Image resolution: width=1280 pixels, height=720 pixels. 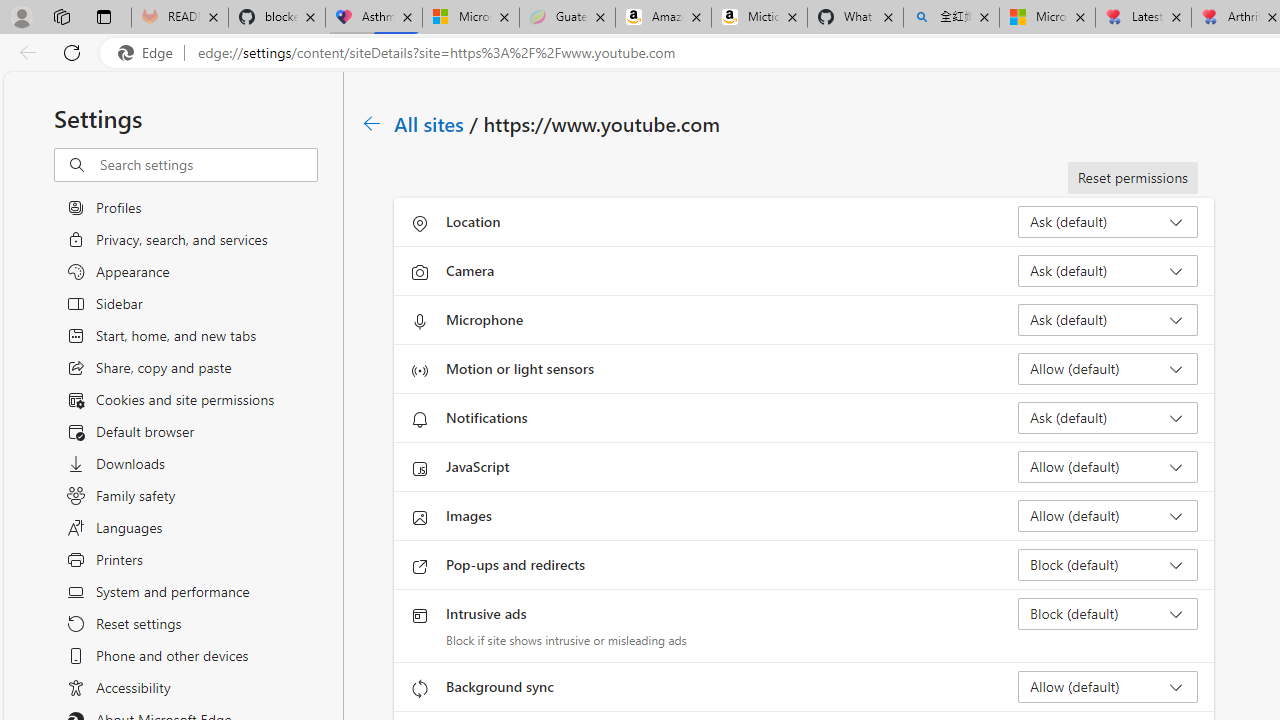 I want to click on 'Motion or light sensors Allow (default)', so click(x=1106, y=368).